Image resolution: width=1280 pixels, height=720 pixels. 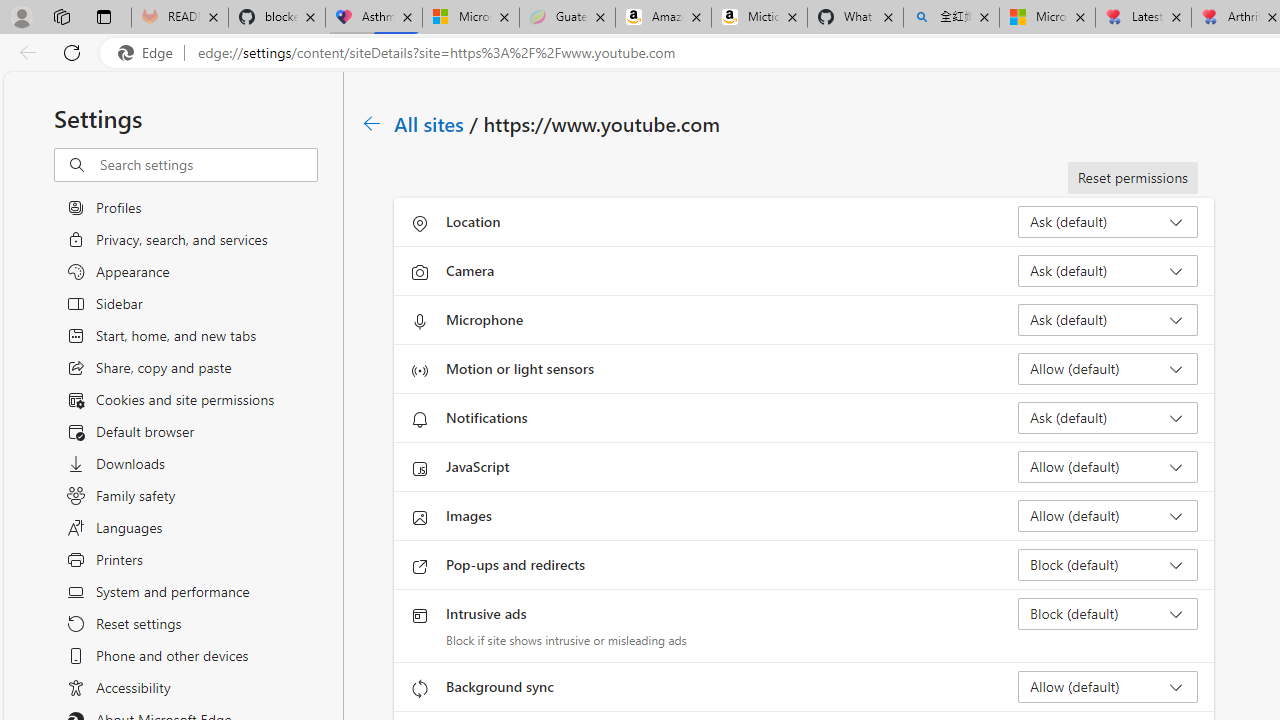 I want to click on 'Motion or light sensors Allow (default)', so click(x=1106, y=368).